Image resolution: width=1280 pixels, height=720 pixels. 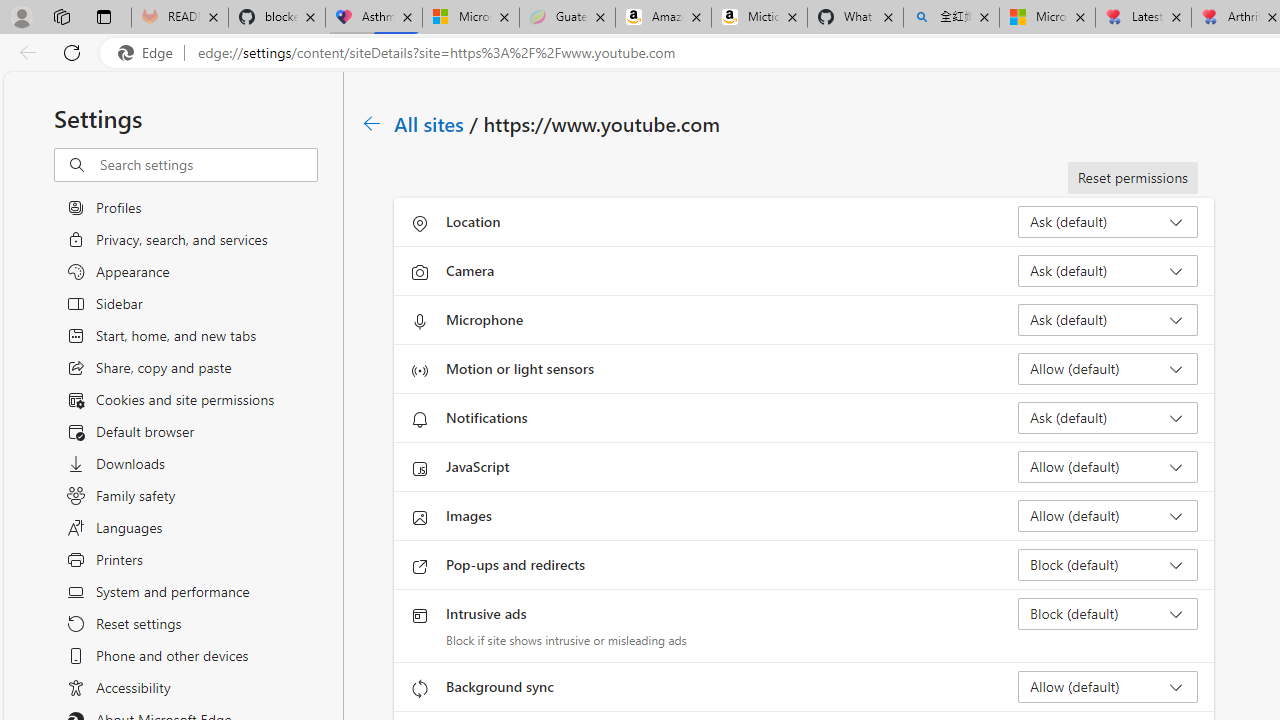 I want to click on 'Motion or light sensors Allow (default)', so click(x=1106, y=368).